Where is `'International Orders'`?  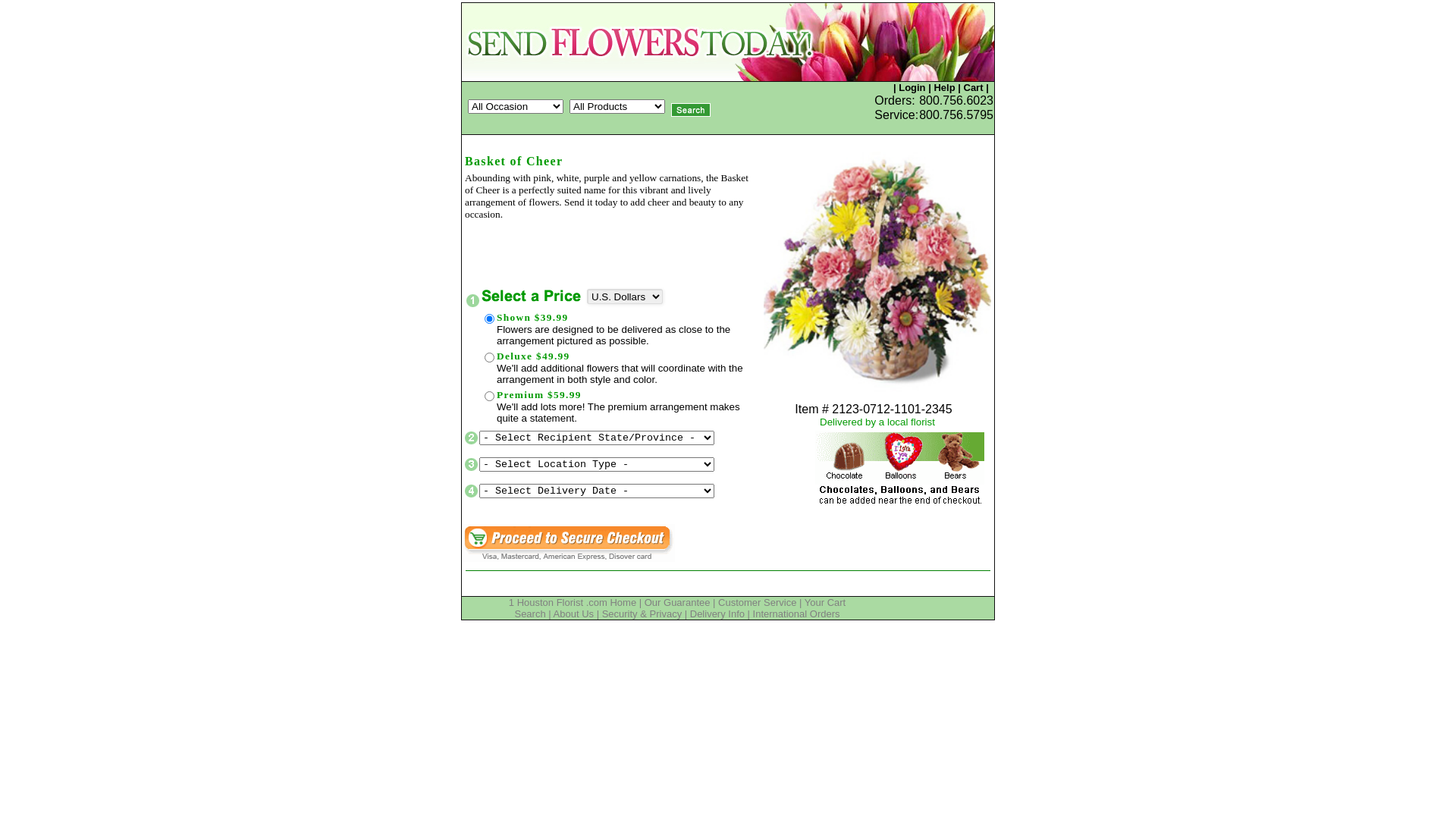
'International Orders' is located at coordinates (753, 613).